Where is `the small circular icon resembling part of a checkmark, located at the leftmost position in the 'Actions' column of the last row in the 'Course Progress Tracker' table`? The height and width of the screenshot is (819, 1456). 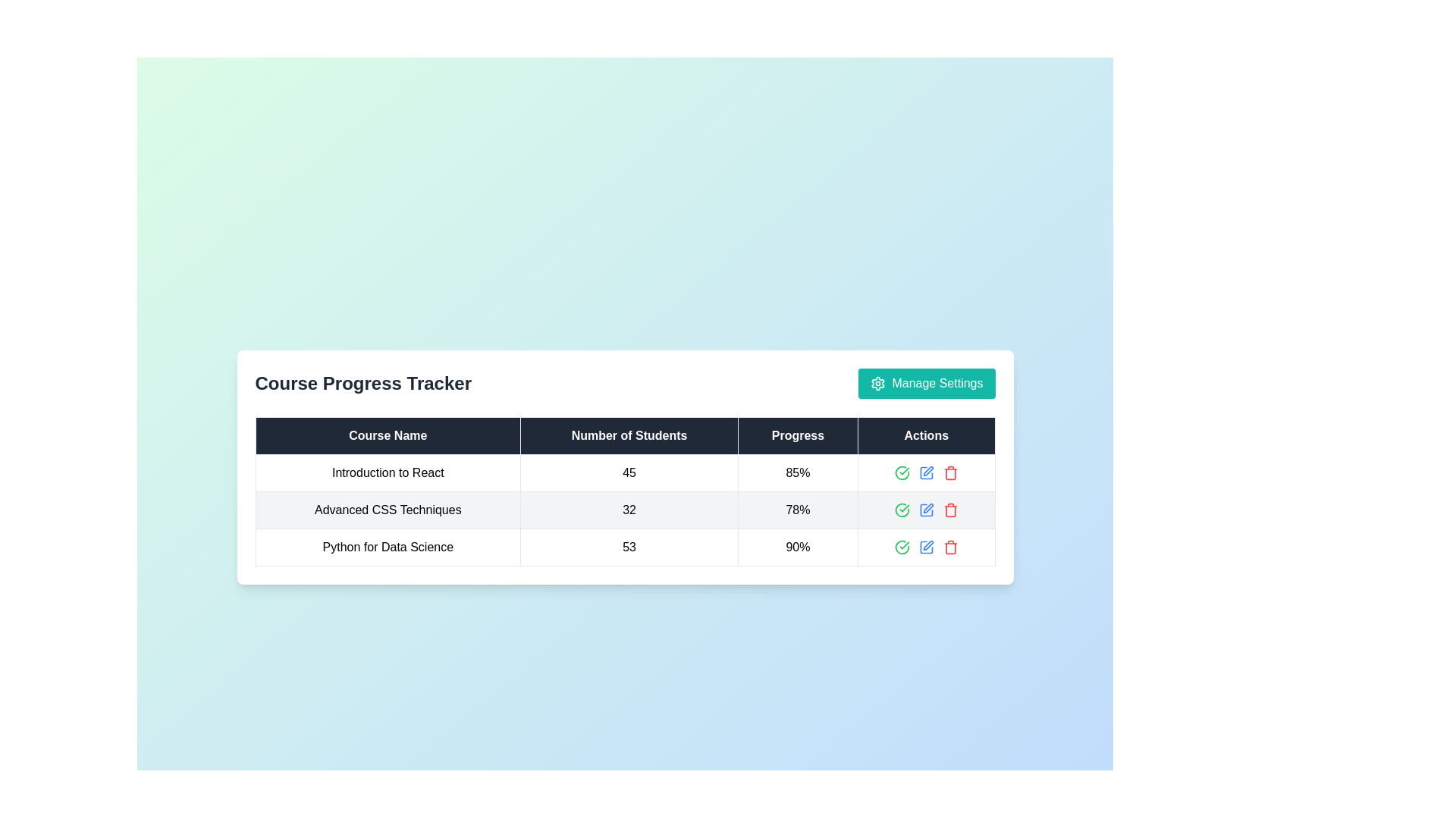 the small circular icon resembling part of a checkmark, located at the leftmost position in the 'Actions' column of the last row in the 'Course Progress Tracker' table is located at coordinates (902, 547).